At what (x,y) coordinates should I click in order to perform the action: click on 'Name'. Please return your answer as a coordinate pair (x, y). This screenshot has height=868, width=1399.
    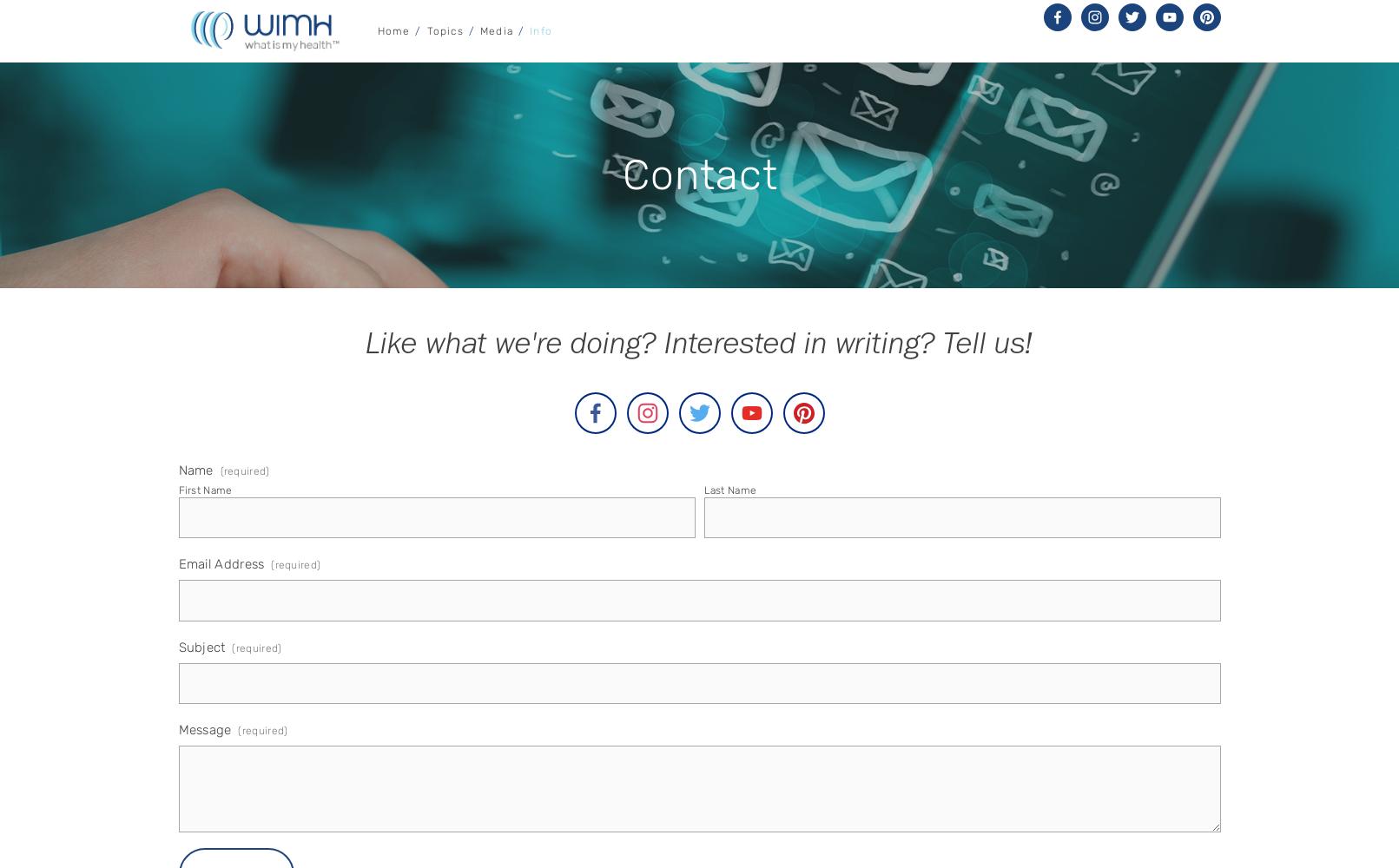
    Looking at the image, I should click on (195, 470).